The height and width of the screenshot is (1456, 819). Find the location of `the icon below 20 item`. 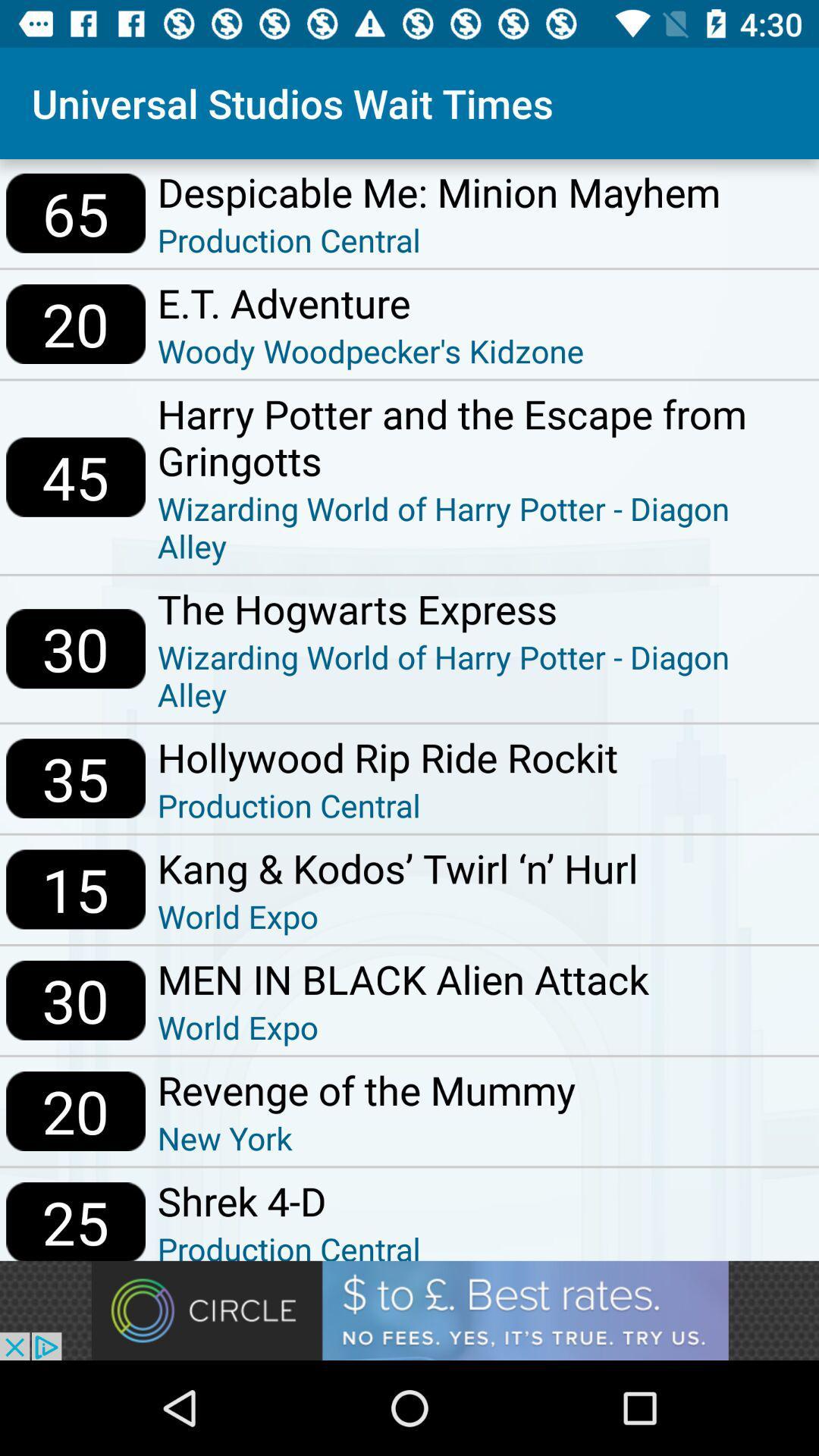

the icon below 20 item is located at coordinates (76, 1222).